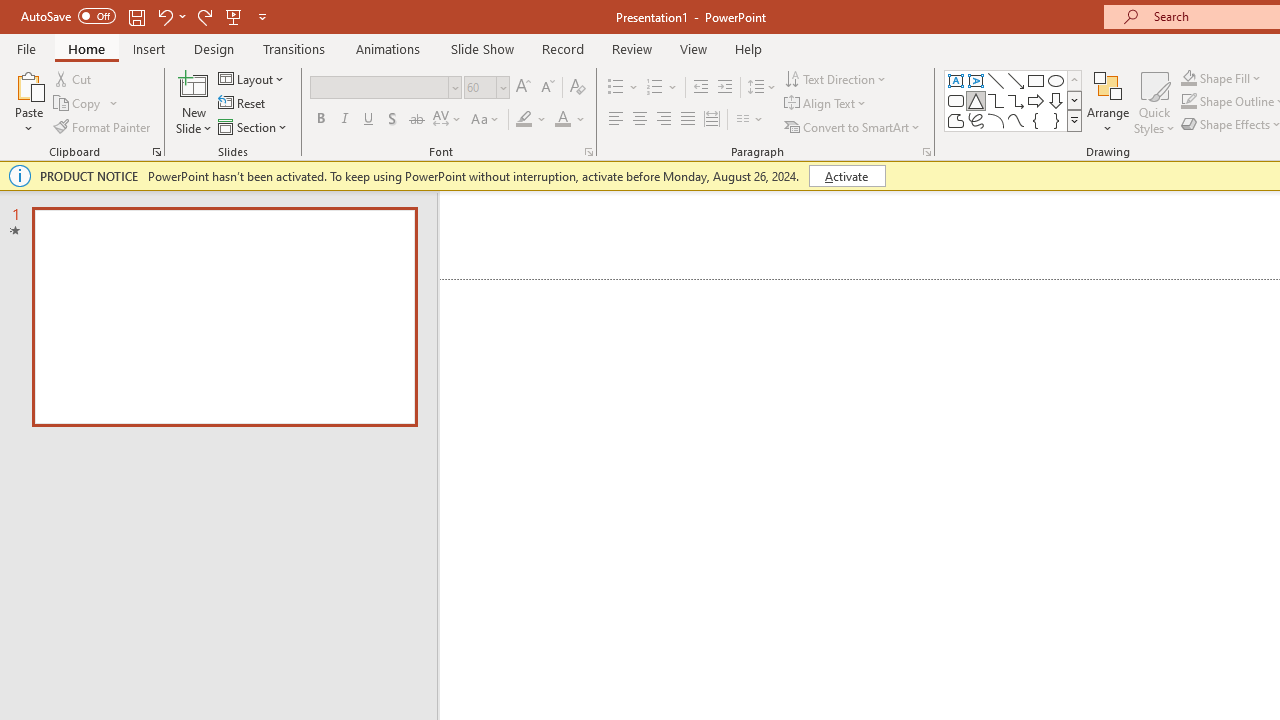  Describe the element at coordinates (1016, 120) in the screenshot. I see `'Curve'` at that location.